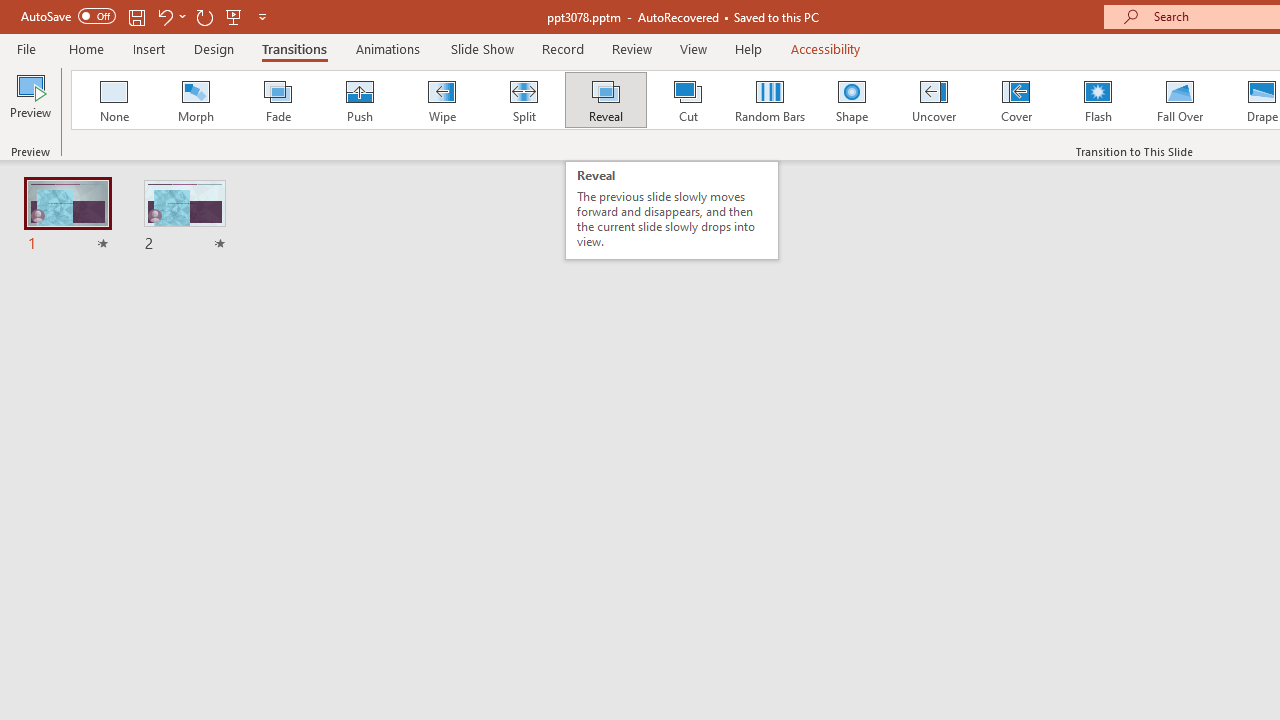 The height and width of the screenshot is (720, 1280). What do you see at coordinates (276, 100) in the screenshot?
I see `'Fade'` at bounding box center [276, 100].